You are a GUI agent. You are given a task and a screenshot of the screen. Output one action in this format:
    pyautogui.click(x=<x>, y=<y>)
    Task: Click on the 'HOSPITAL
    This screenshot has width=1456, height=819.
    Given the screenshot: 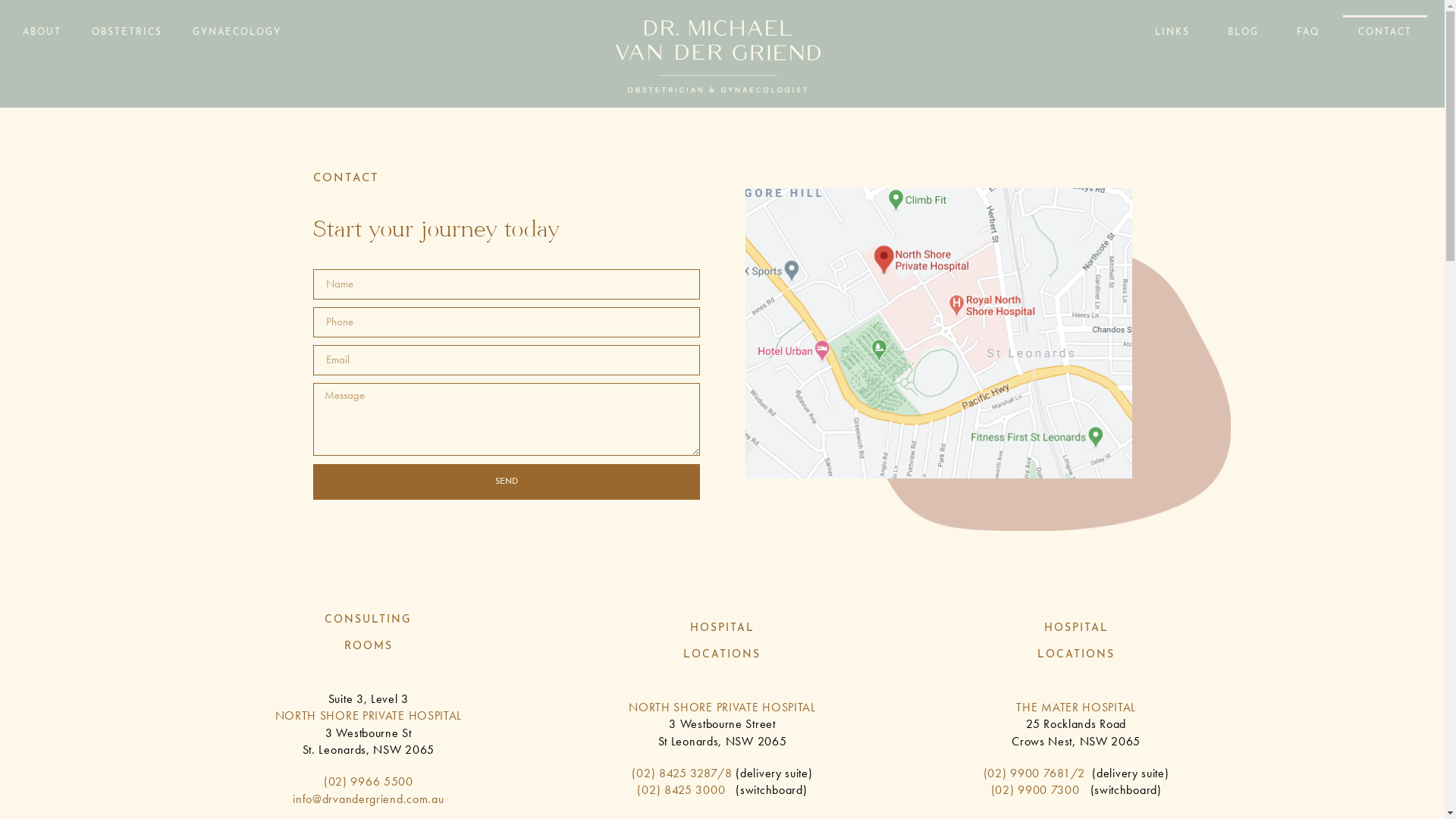 What is the action you would take?
    pyautogui.click(x=720, y=641)
    